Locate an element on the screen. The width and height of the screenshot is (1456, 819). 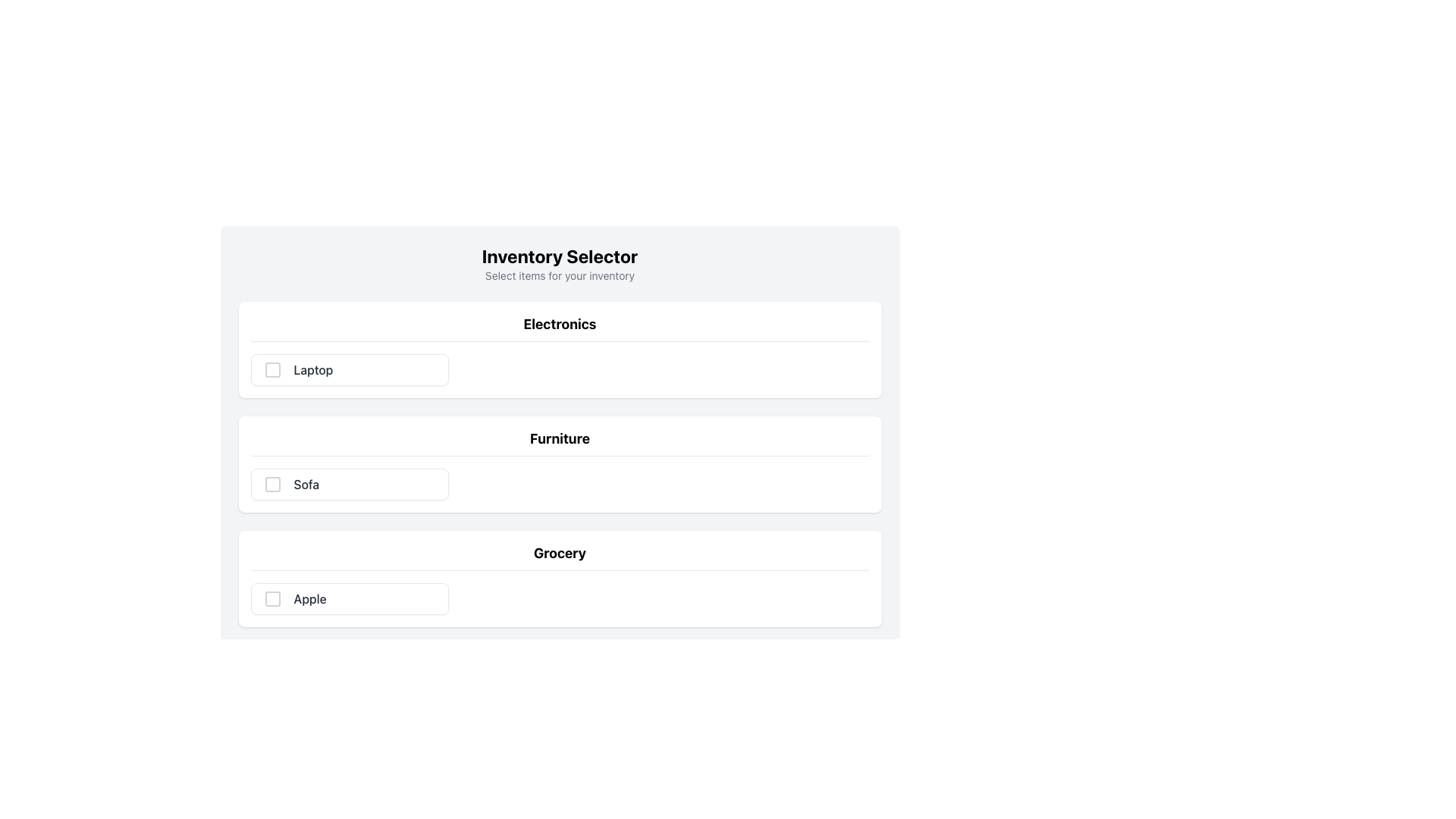
the checkbox located to the left of the 'Laptop' label is located at coordinates (272, 370).